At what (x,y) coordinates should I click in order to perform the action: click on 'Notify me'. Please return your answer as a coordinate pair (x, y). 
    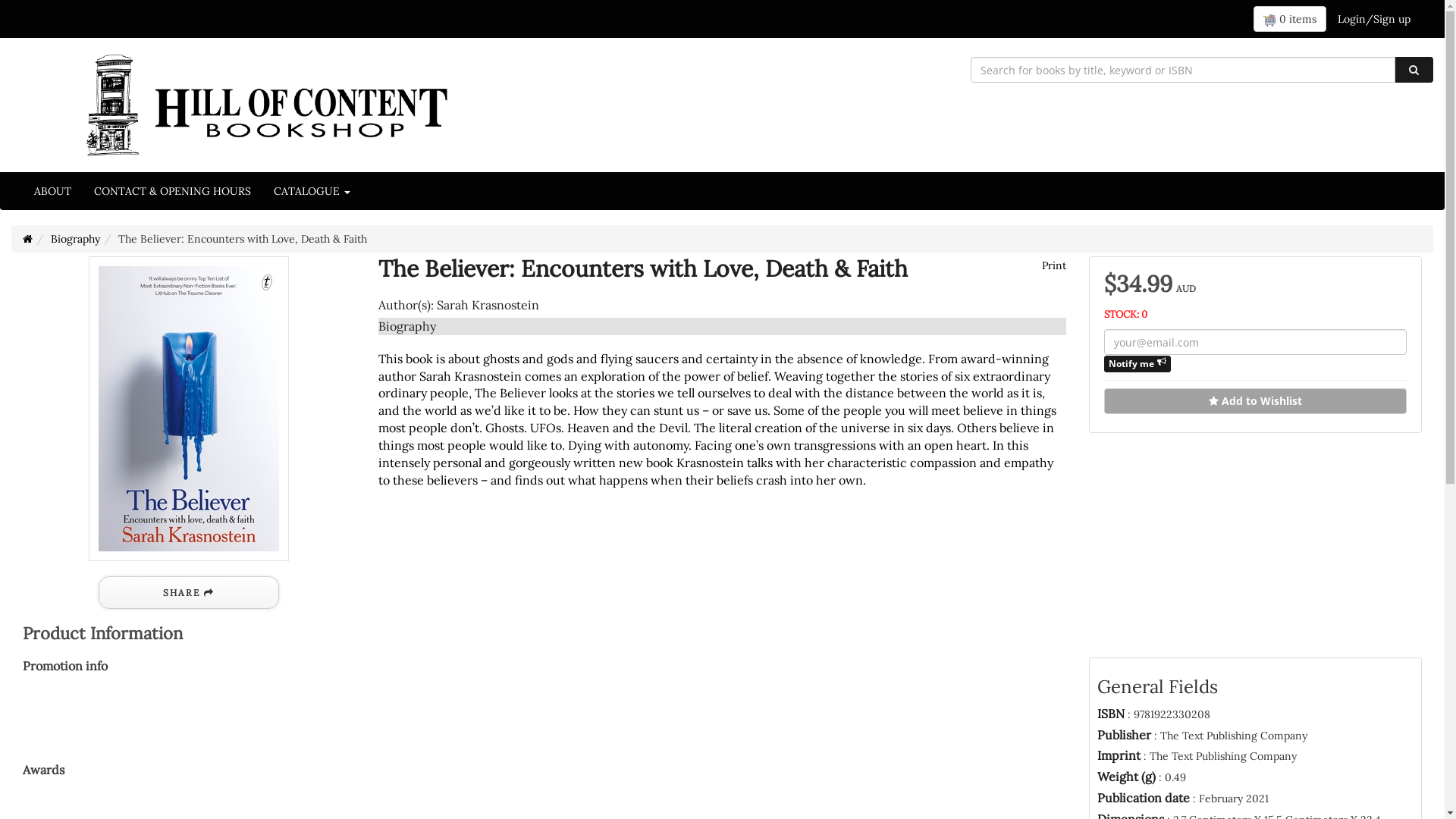
    Looking at the image, I should click on (1103, 363).